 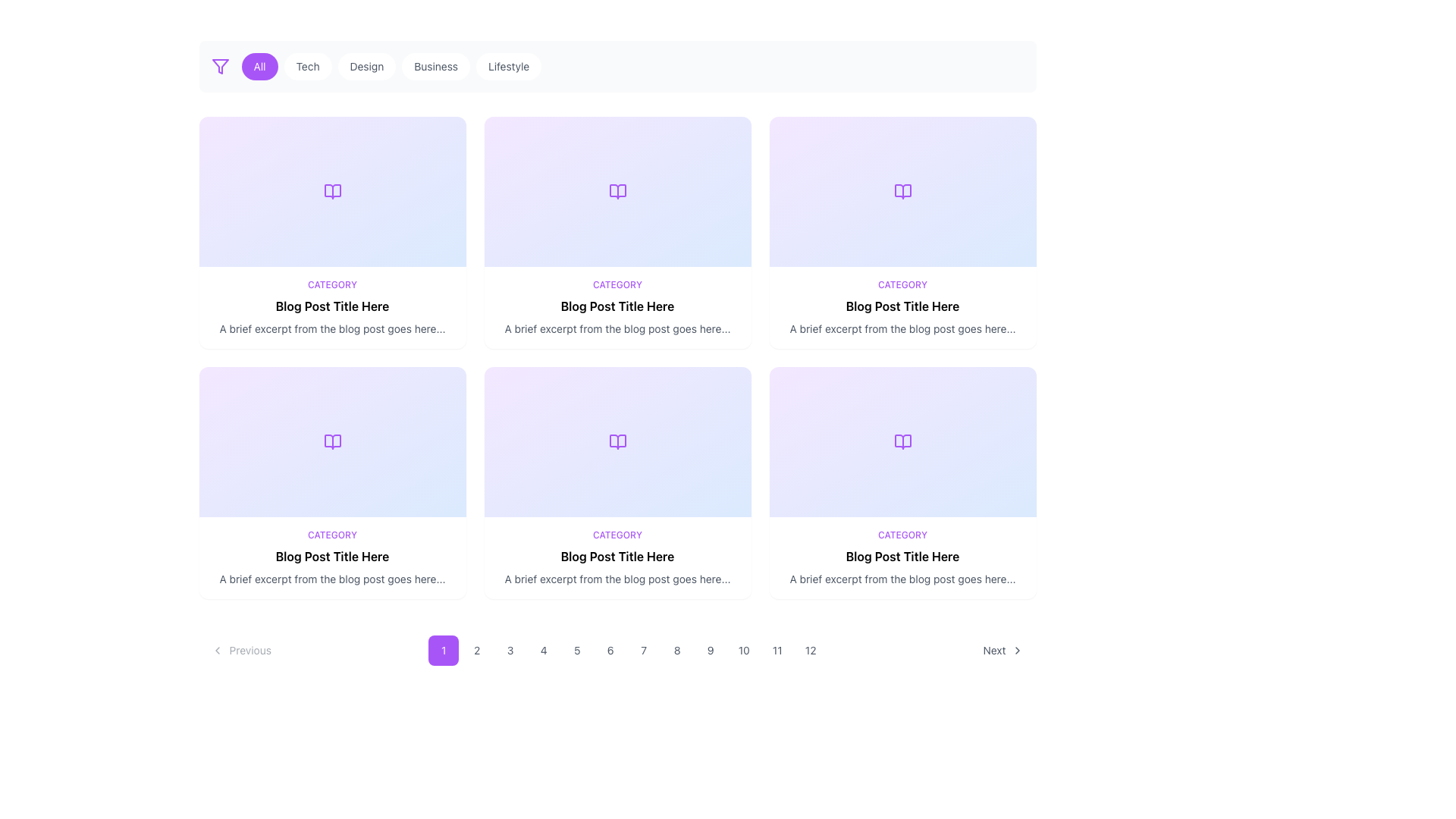 I want to click on the rounded rectangular button labeled 'Design' to change its background color to light purple, so click(x=367, y=66).